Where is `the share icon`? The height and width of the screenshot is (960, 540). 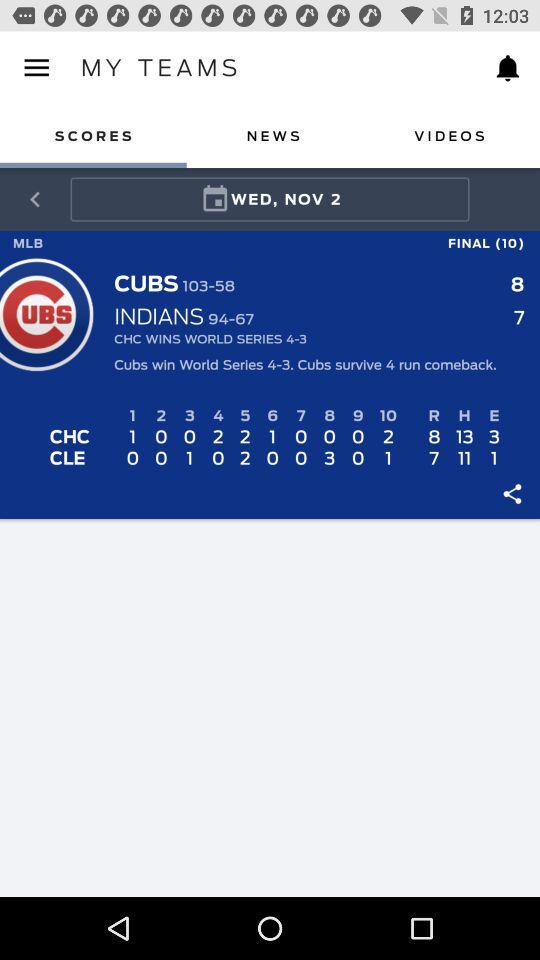 the share icon is located at coordinates (35, 199).